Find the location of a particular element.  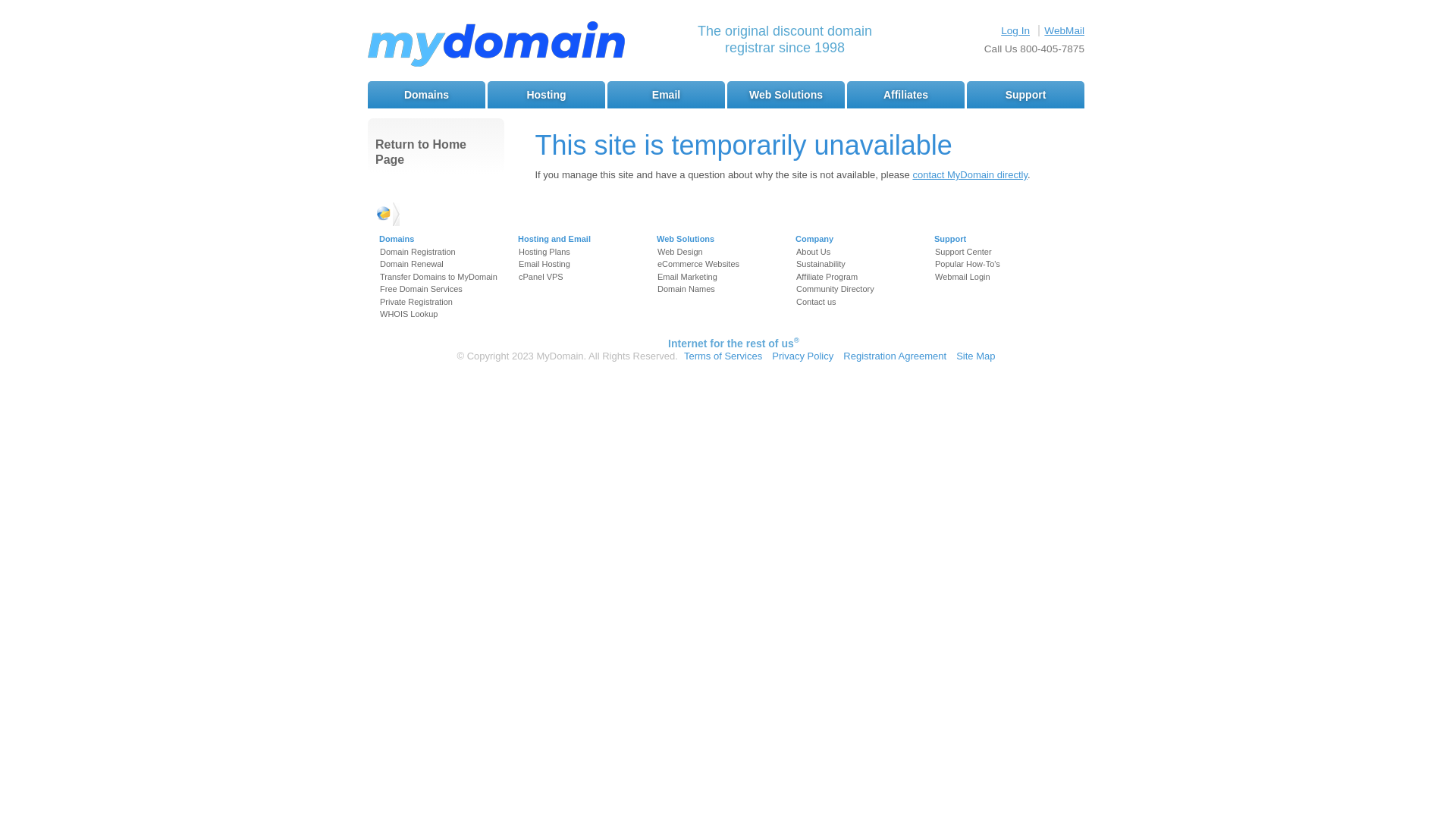

'Return to Home Page' is located at coordinates (435, 152).